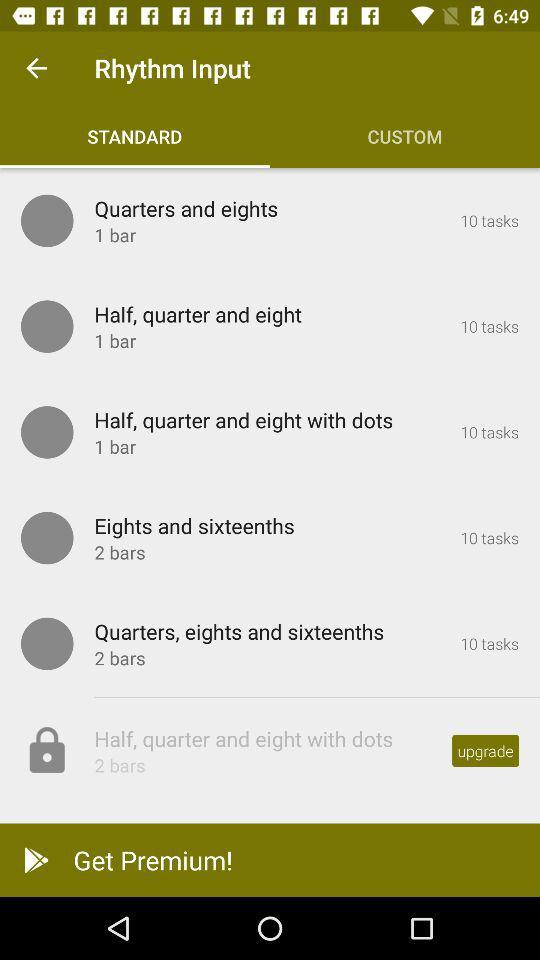 The height and width of the screenshot is (960, 540). Describe the element at coordinates (270, 859) in the screenshot. I see `the get premium! item` at that location.